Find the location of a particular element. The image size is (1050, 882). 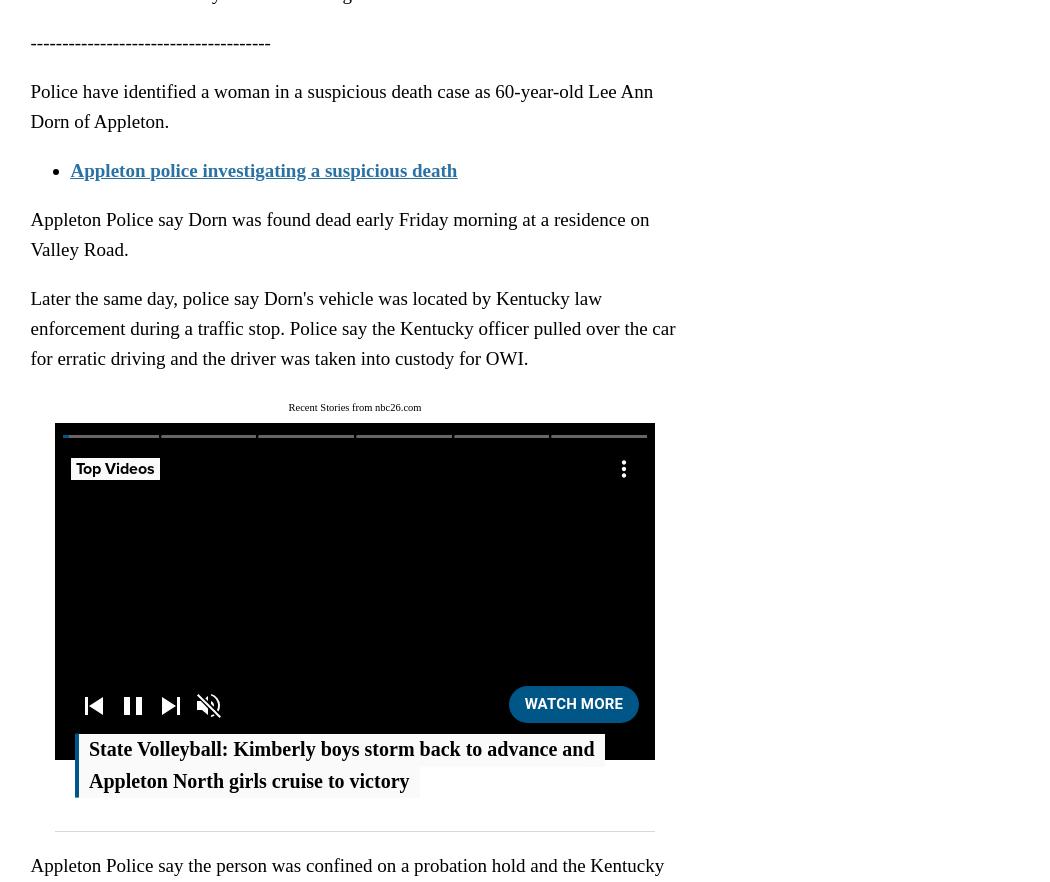

'About Connatix' is located at coordinates (195, 482).